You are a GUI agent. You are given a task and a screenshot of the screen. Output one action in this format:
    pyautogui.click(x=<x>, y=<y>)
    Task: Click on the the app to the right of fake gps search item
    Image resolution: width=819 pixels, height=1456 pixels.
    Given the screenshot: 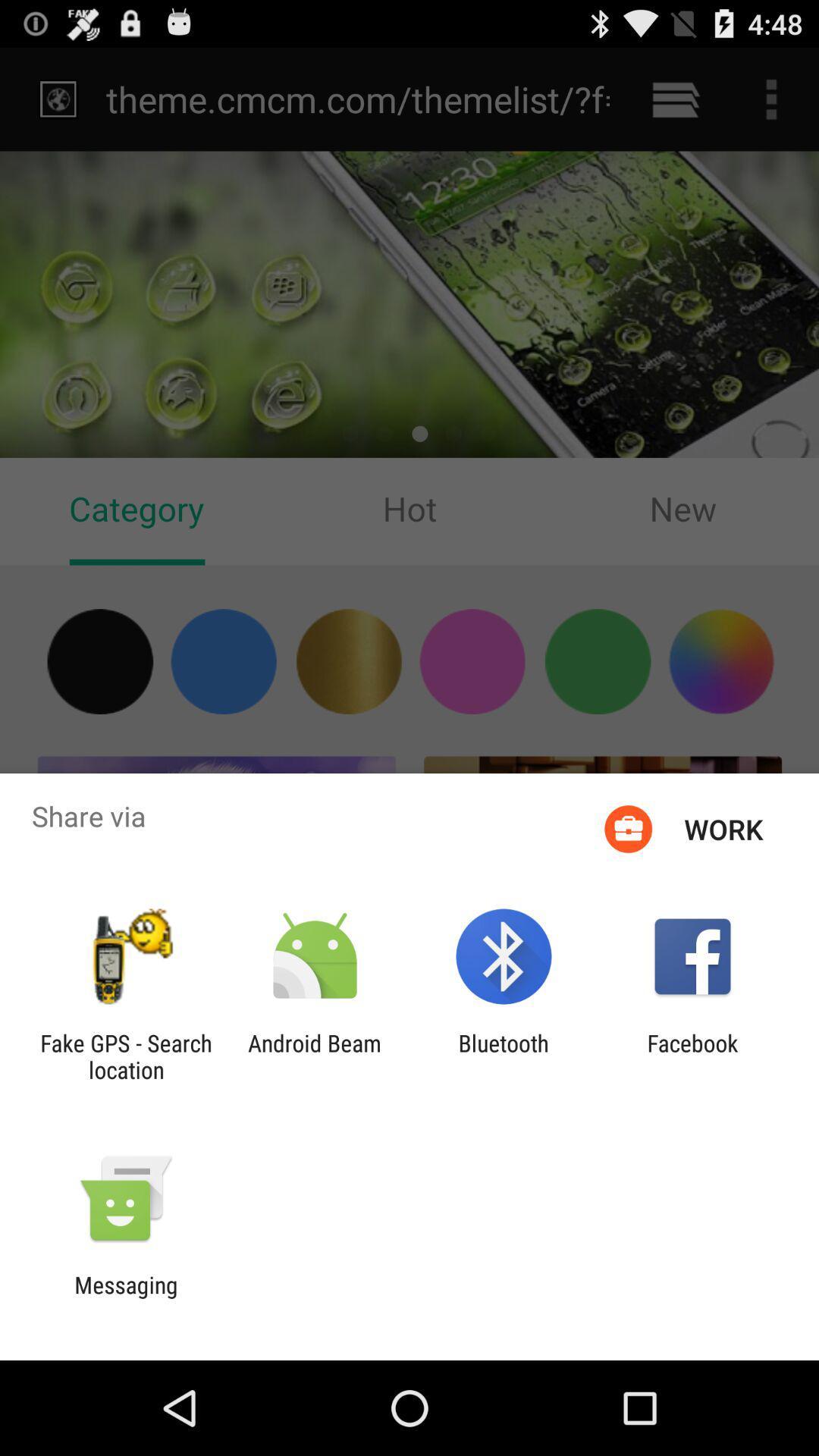 What is the action you would take?
    pyautogui.click(x=314, y=1056)
    